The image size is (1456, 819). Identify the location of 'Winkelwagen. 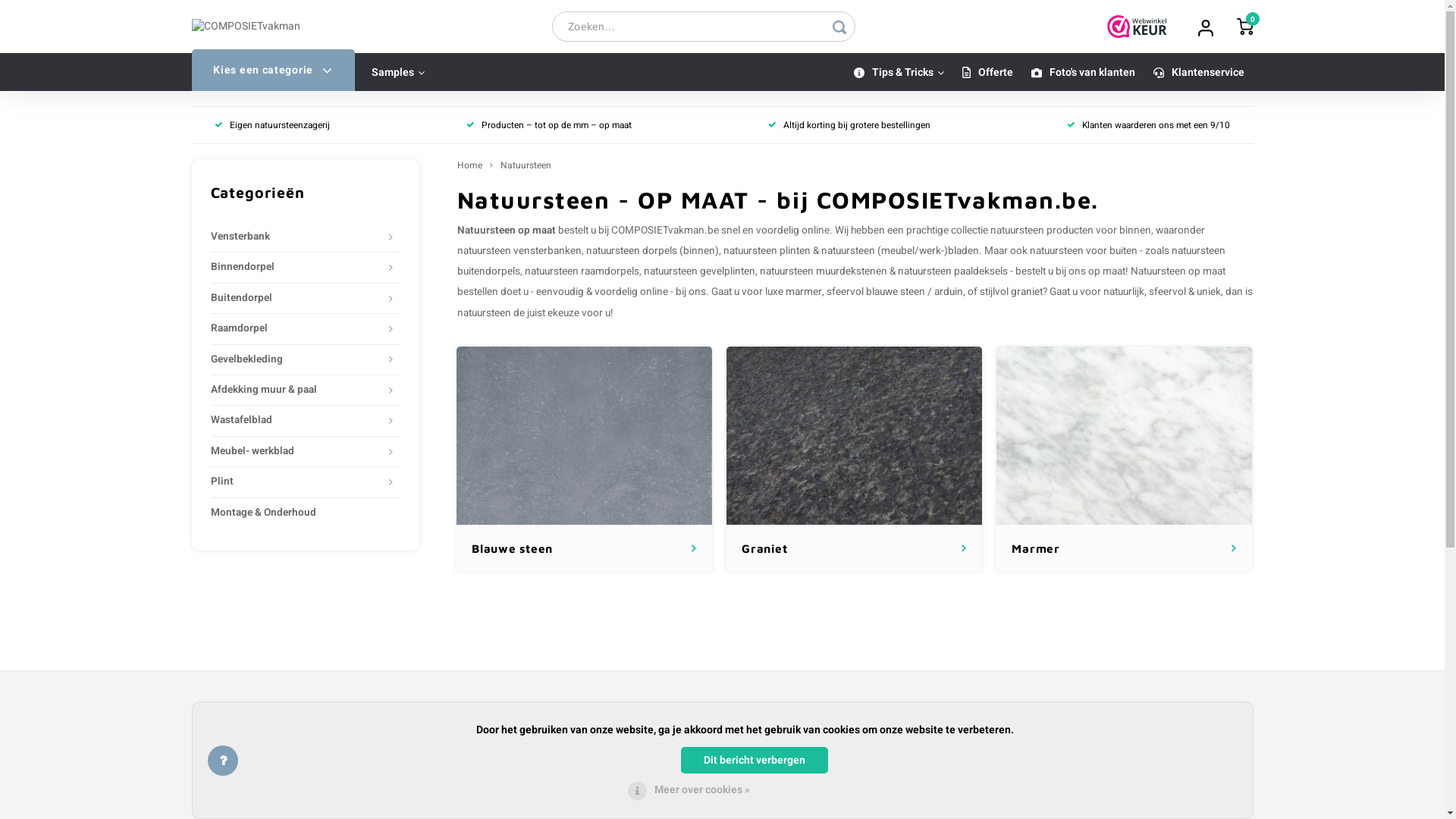
(1244, 26).